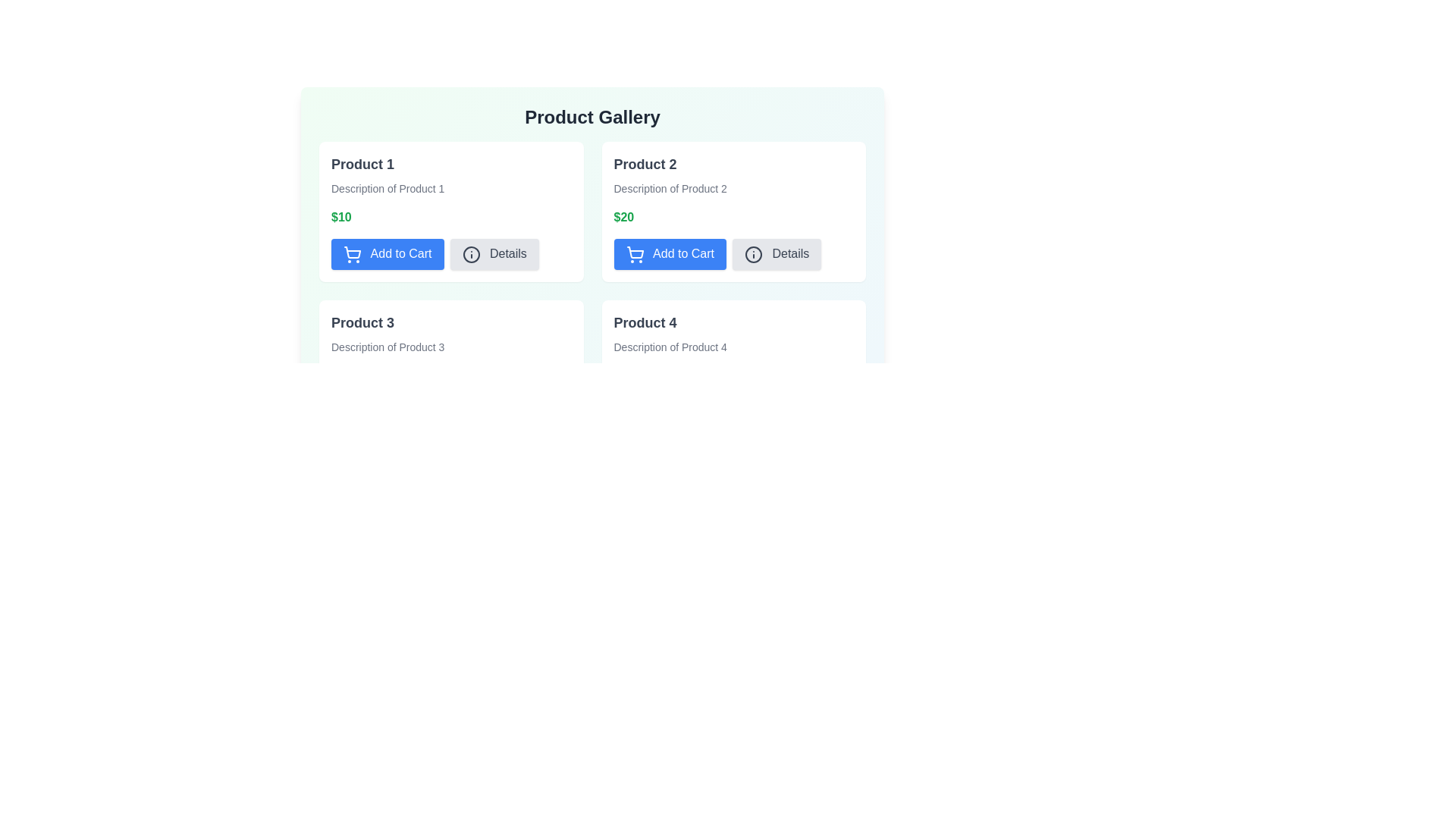 Image resolution: width=1456 pixels, height=819 pixels. I want to click on the product title text label, which is positioned at the top of the card above the product description and price, so click(362, 164).